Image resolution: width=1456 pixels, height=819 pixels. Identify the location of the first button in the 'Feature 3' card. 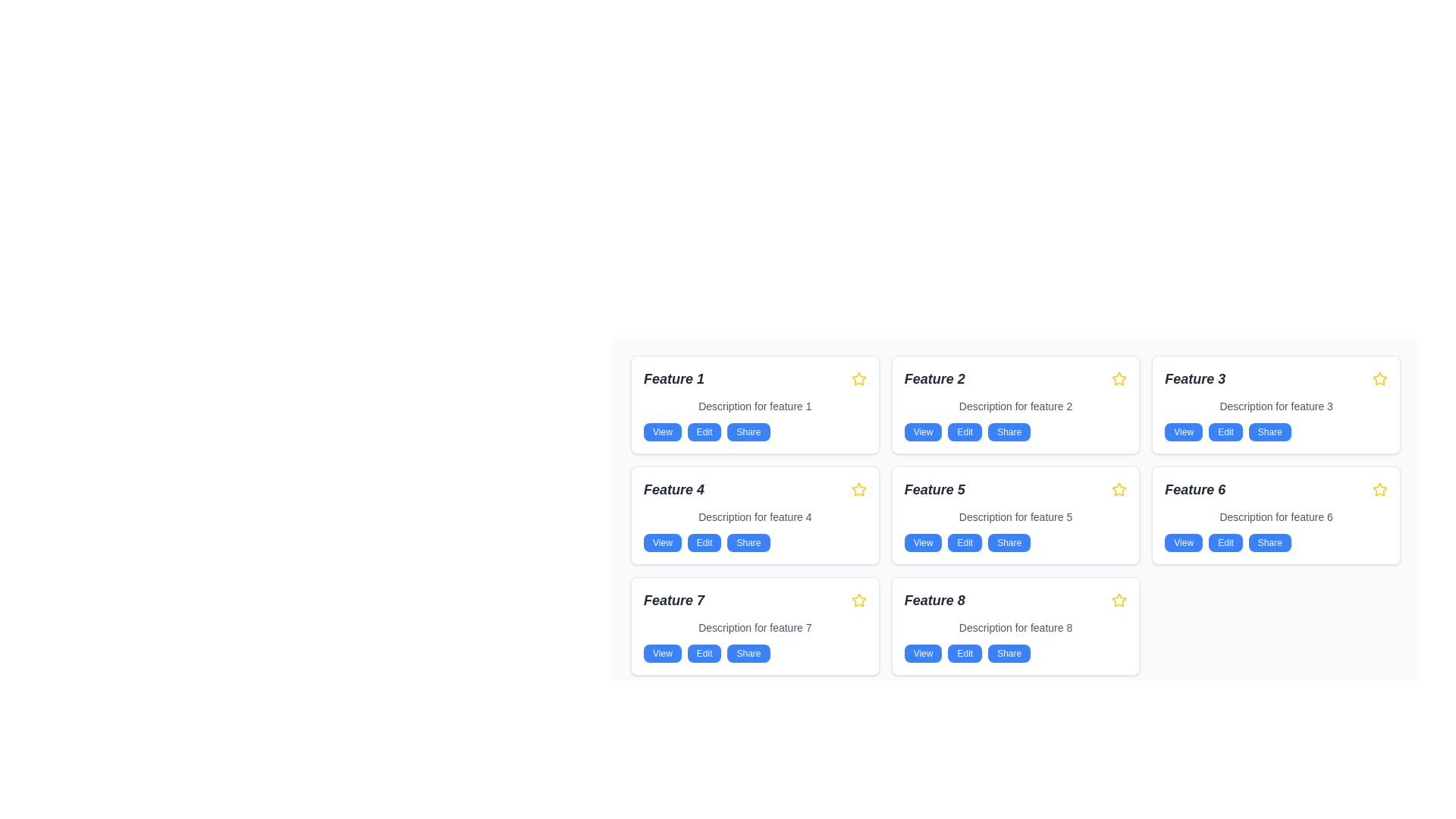
(1183, 432).